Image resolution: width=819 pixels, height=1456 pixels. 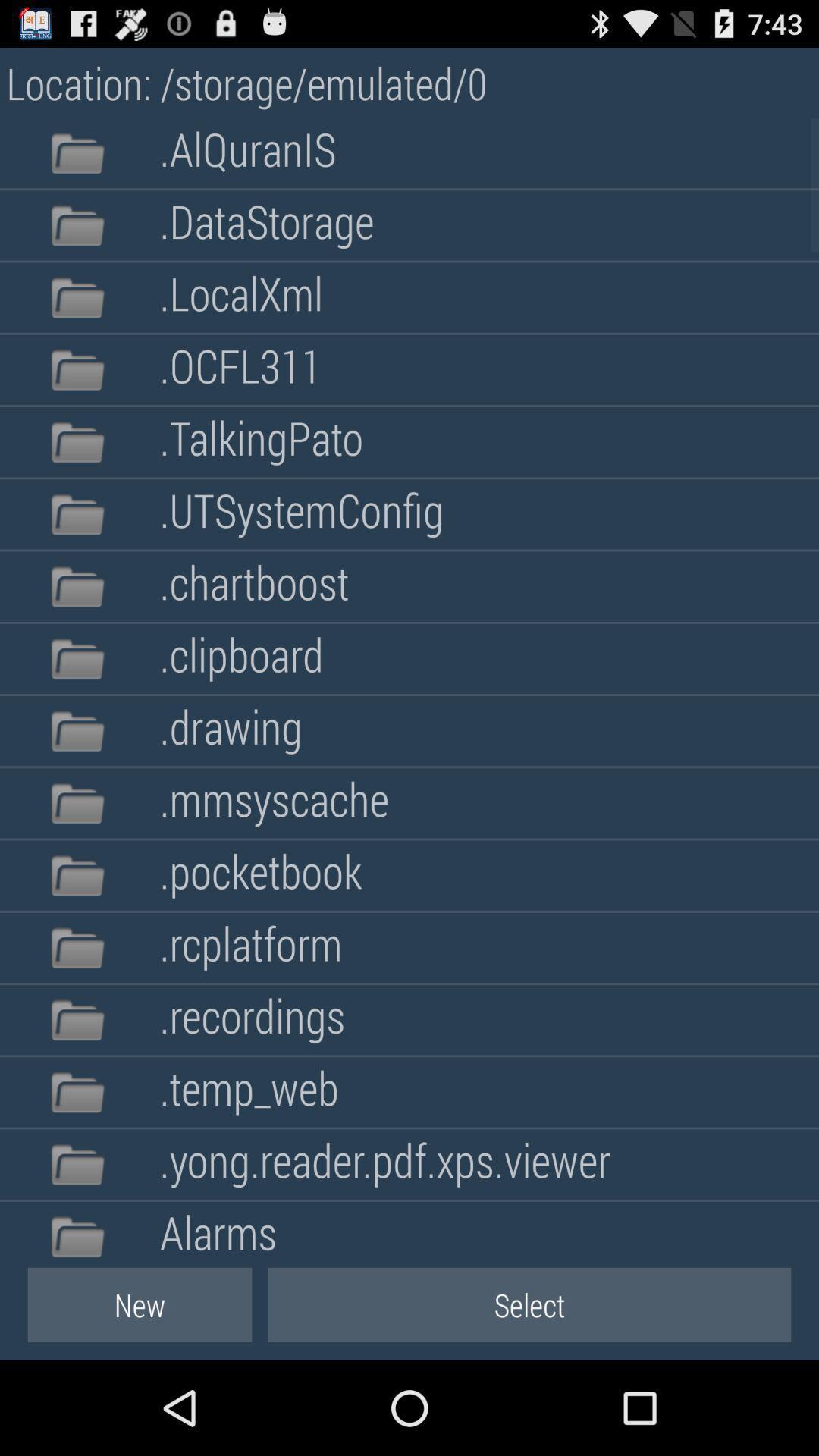 I want to click on .drawing icon, so click(x=231, y=731).